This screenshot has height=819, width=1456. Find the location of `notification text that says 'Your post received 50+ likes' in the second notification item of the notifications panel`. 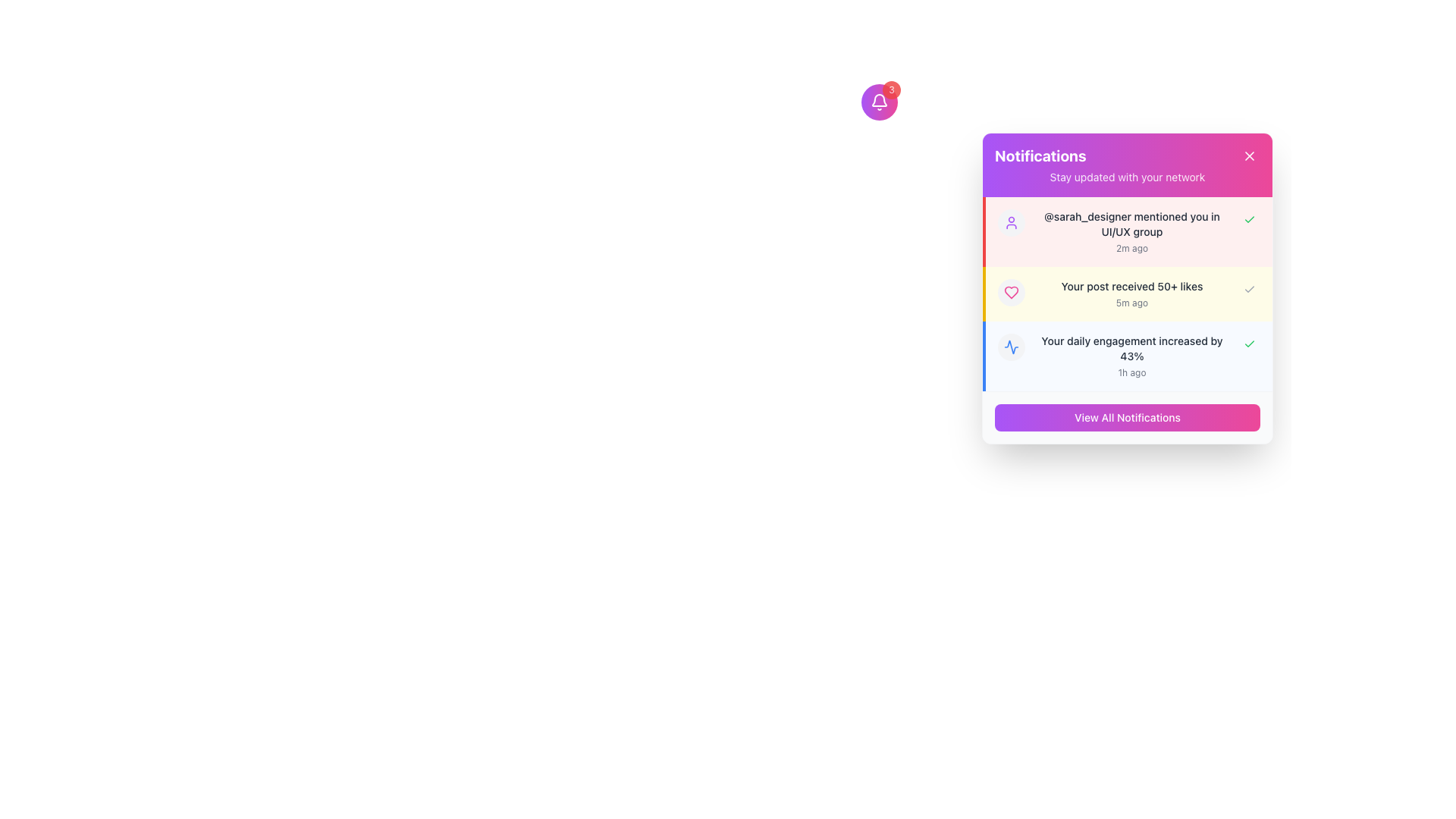

notification text that says 'Your post received 50+ likes' in the second notification item of the notifications panel is located at coordinates (1128, 294).